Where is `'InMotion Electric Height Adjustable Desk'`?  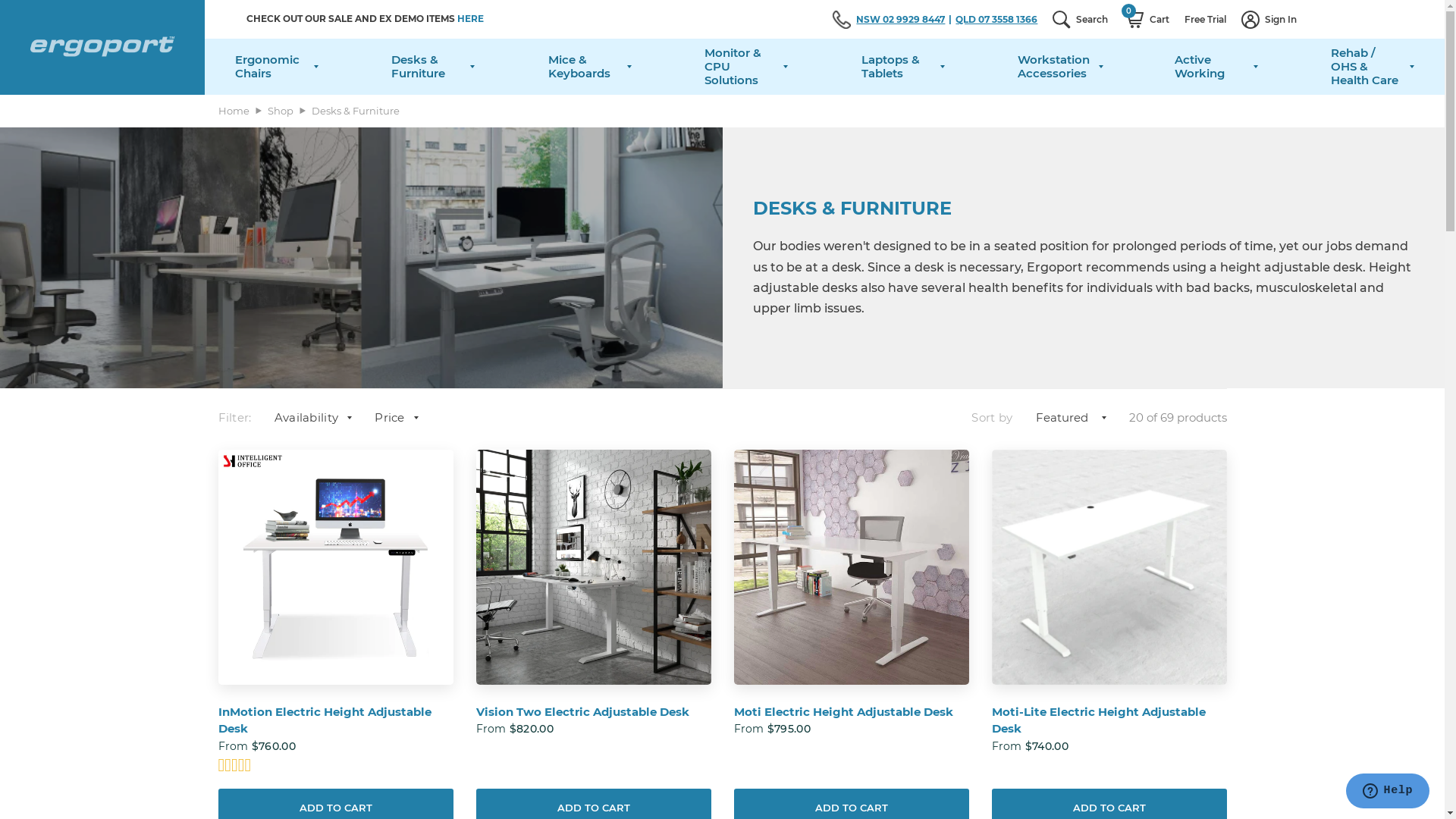 'InMotion Electric Height Adjustable Desk' is located at coordinates (334, 720).